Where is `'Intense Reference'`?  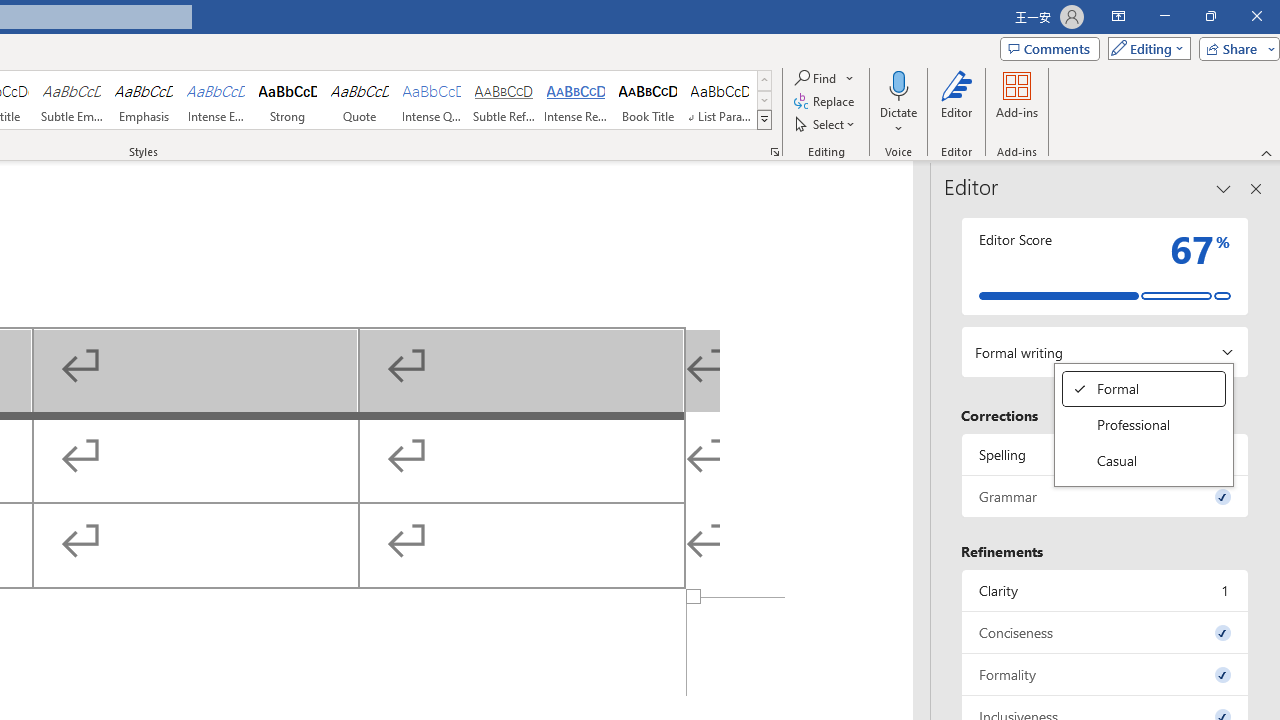 'Intense Reference' is located at coordinates (575, 100).